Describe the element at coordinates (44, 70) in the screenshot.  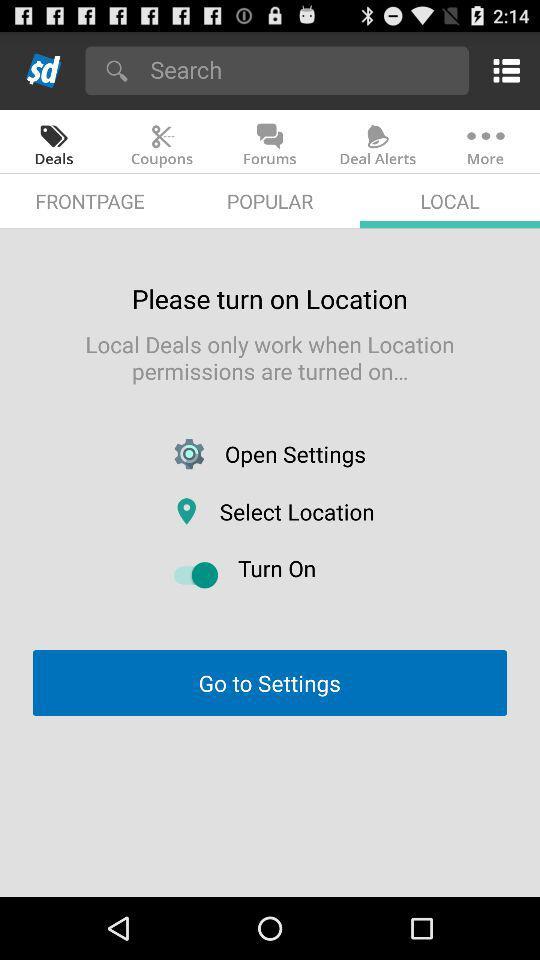
I see `main page` at that location.